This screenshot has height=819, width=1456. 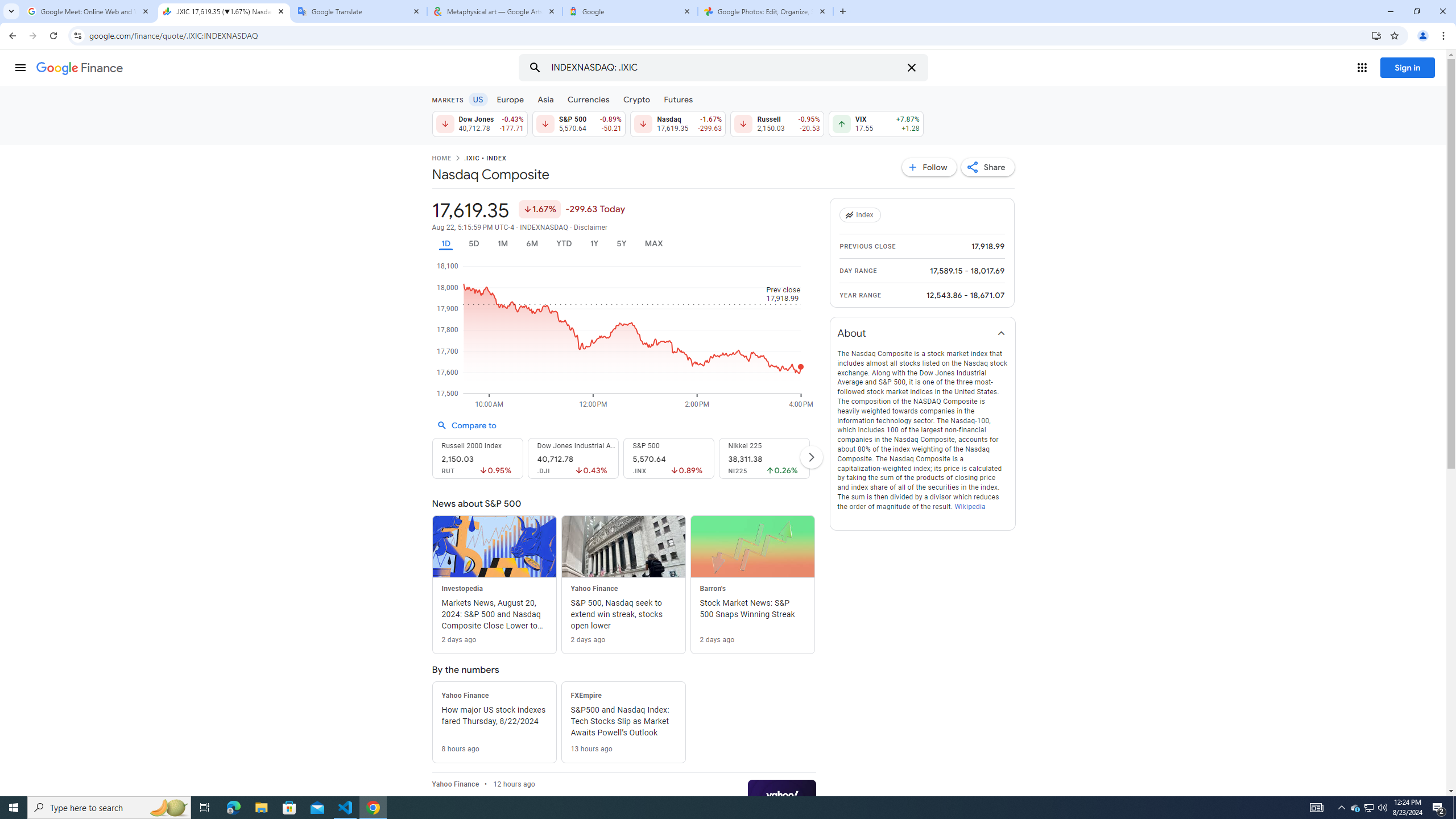 I want to click on 'Share', so click(x=987, y=166).